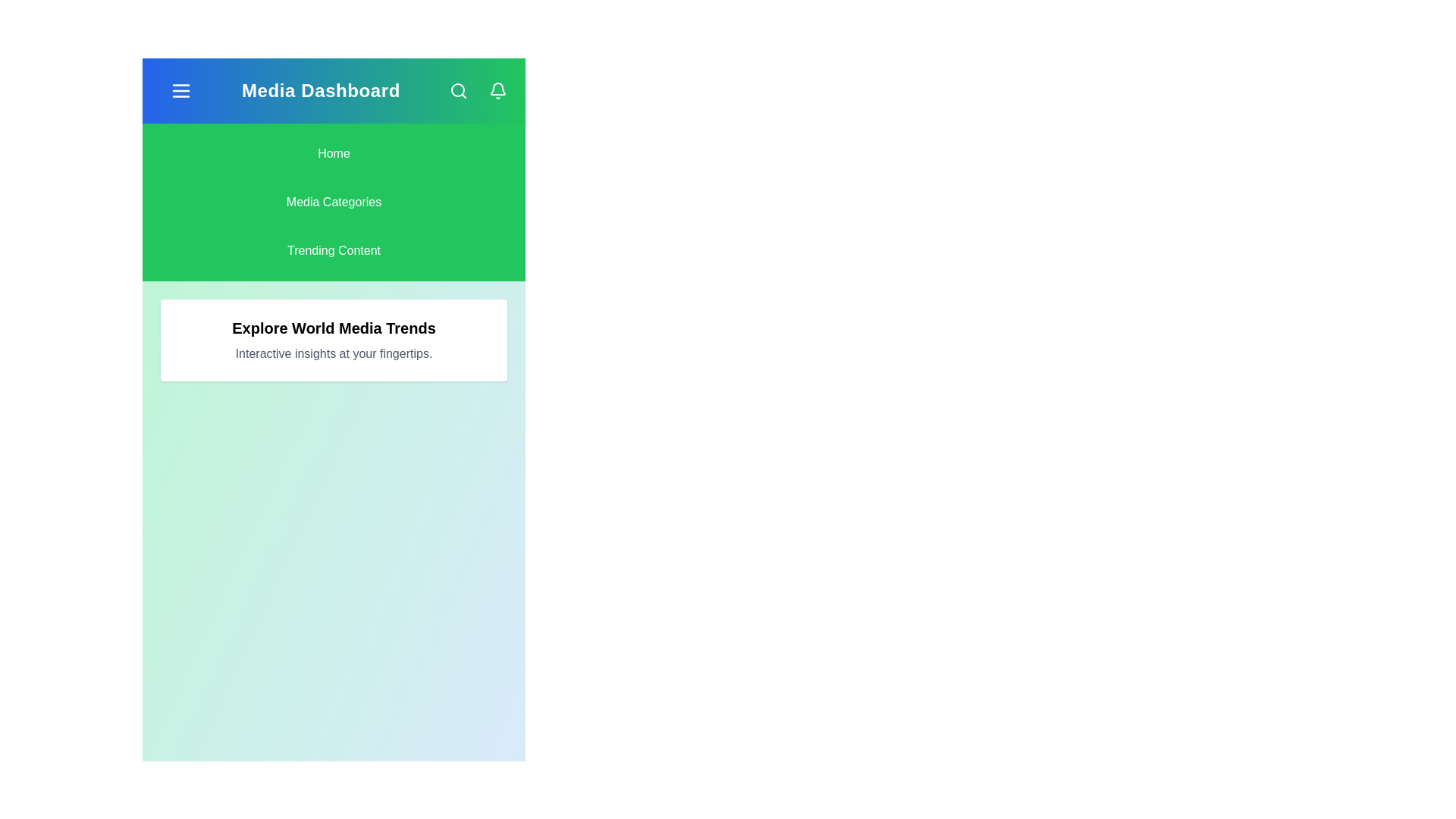 This screenshot has width=1456, height=819. I want to click on the search toggle button to toggle the search input visibility, so click(457, 90).